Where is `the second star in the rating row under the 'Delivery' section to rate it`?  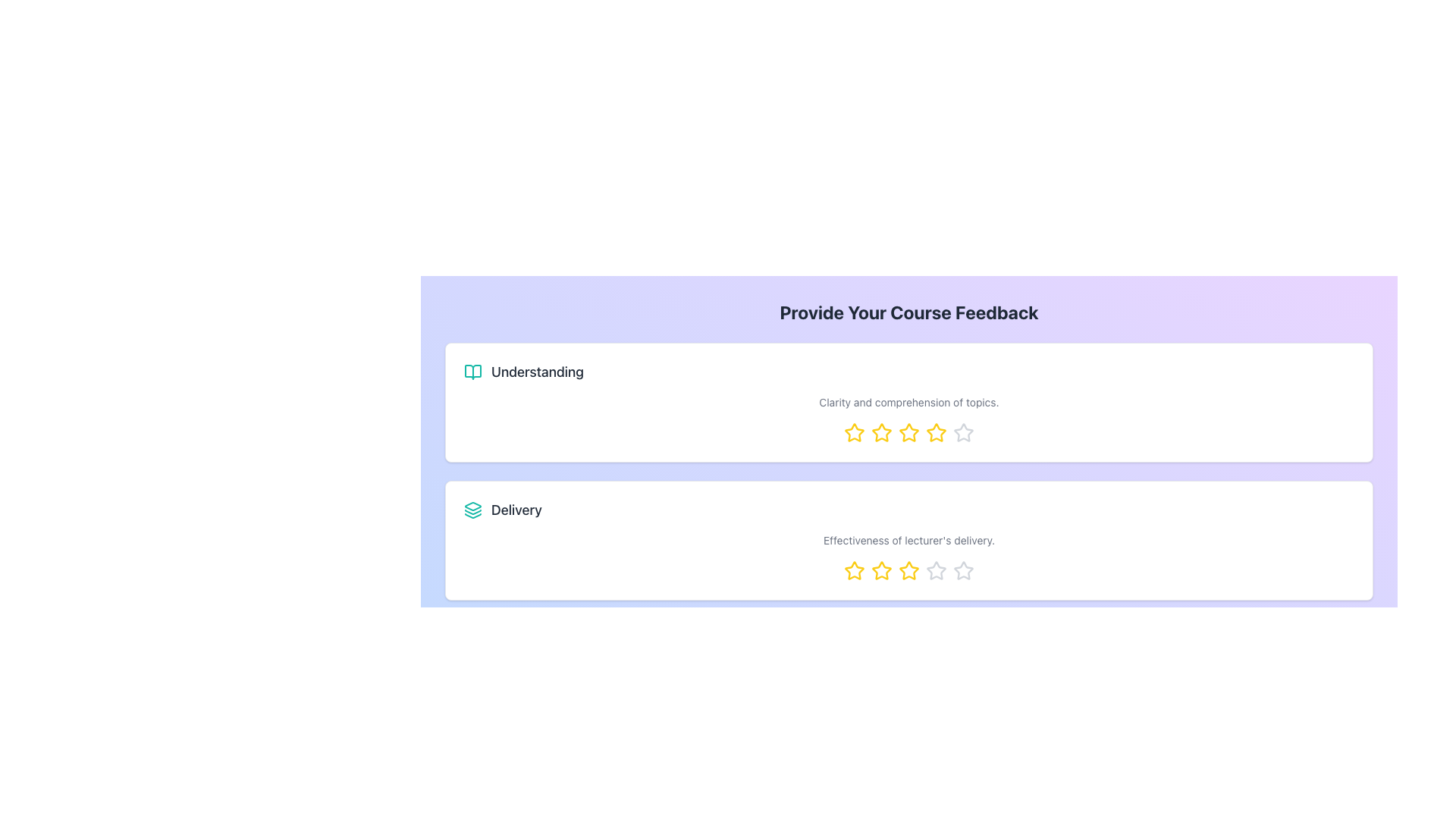 the second star in the rating row under the 'Delivery' section to rate it is located at coordinates (880, 570).